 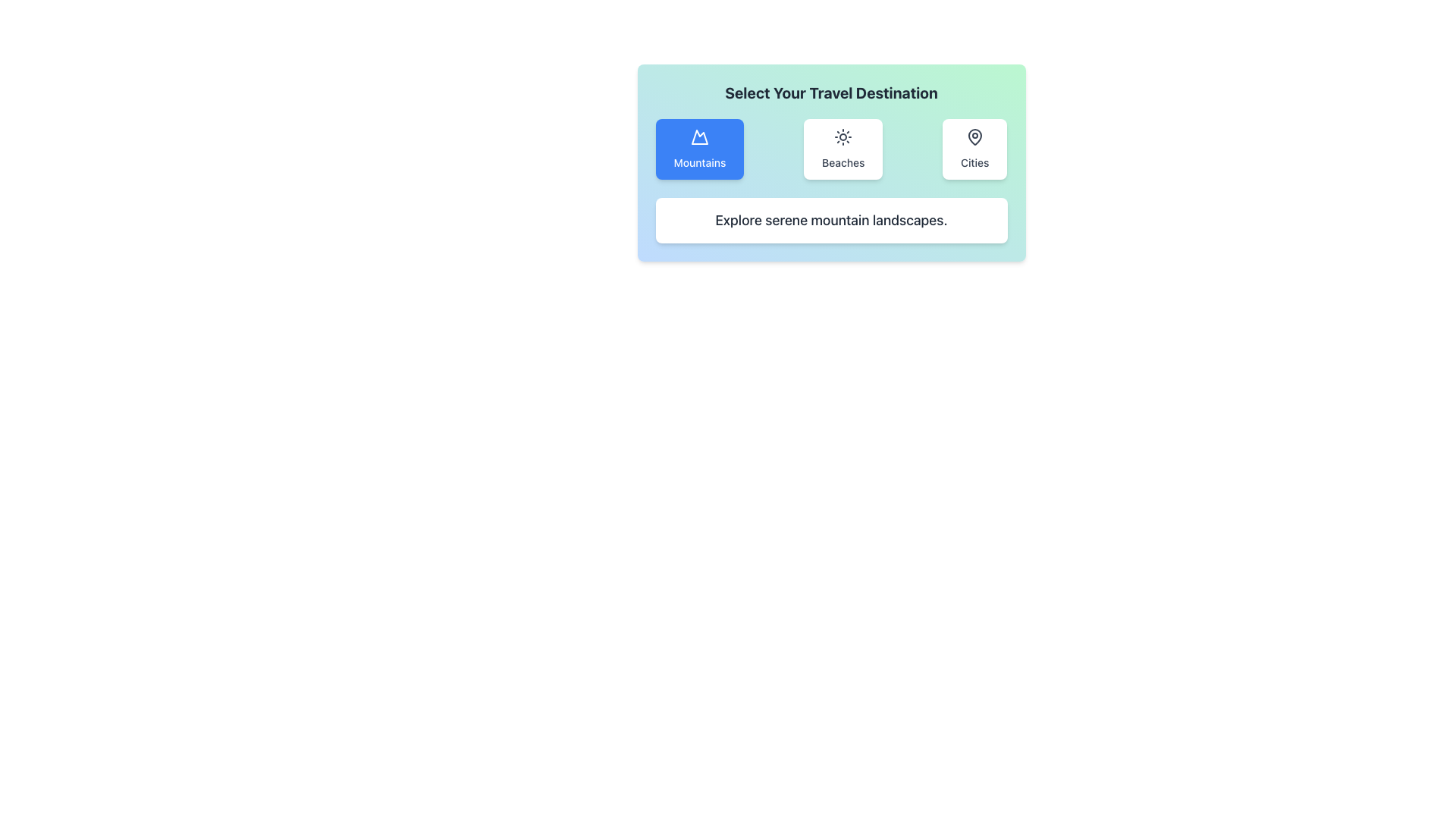 What do you see at coordinates (698, 149) in the screenshot?
I see `the first button labeled 'Mountains' in the horizontal group of travel destination preference buttons` at bounding box center [698, 149].